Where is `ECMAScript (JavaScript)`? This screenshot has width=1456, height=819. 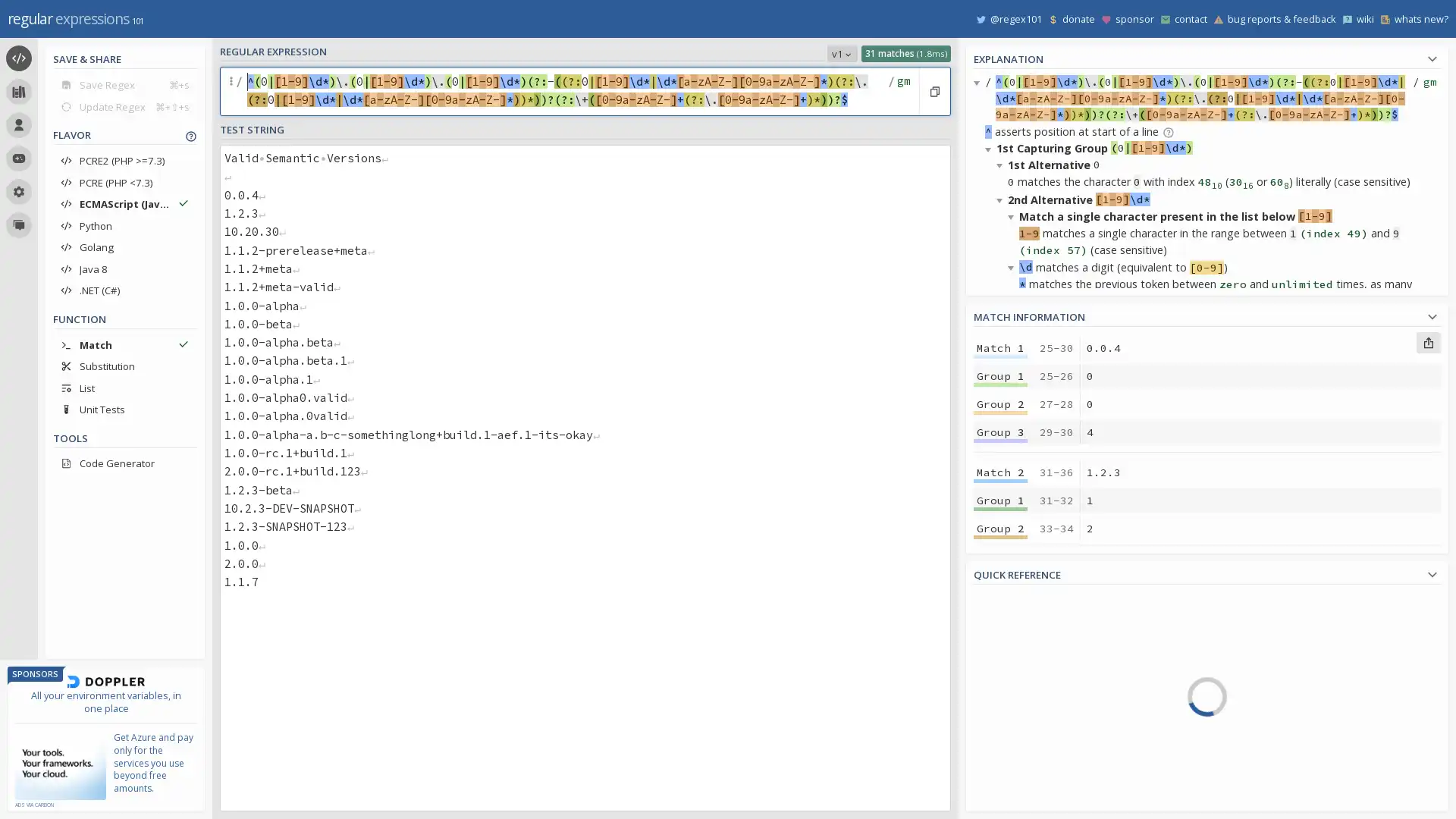 ECMAScript (JavaScript) is located at coordinates (124, 203).